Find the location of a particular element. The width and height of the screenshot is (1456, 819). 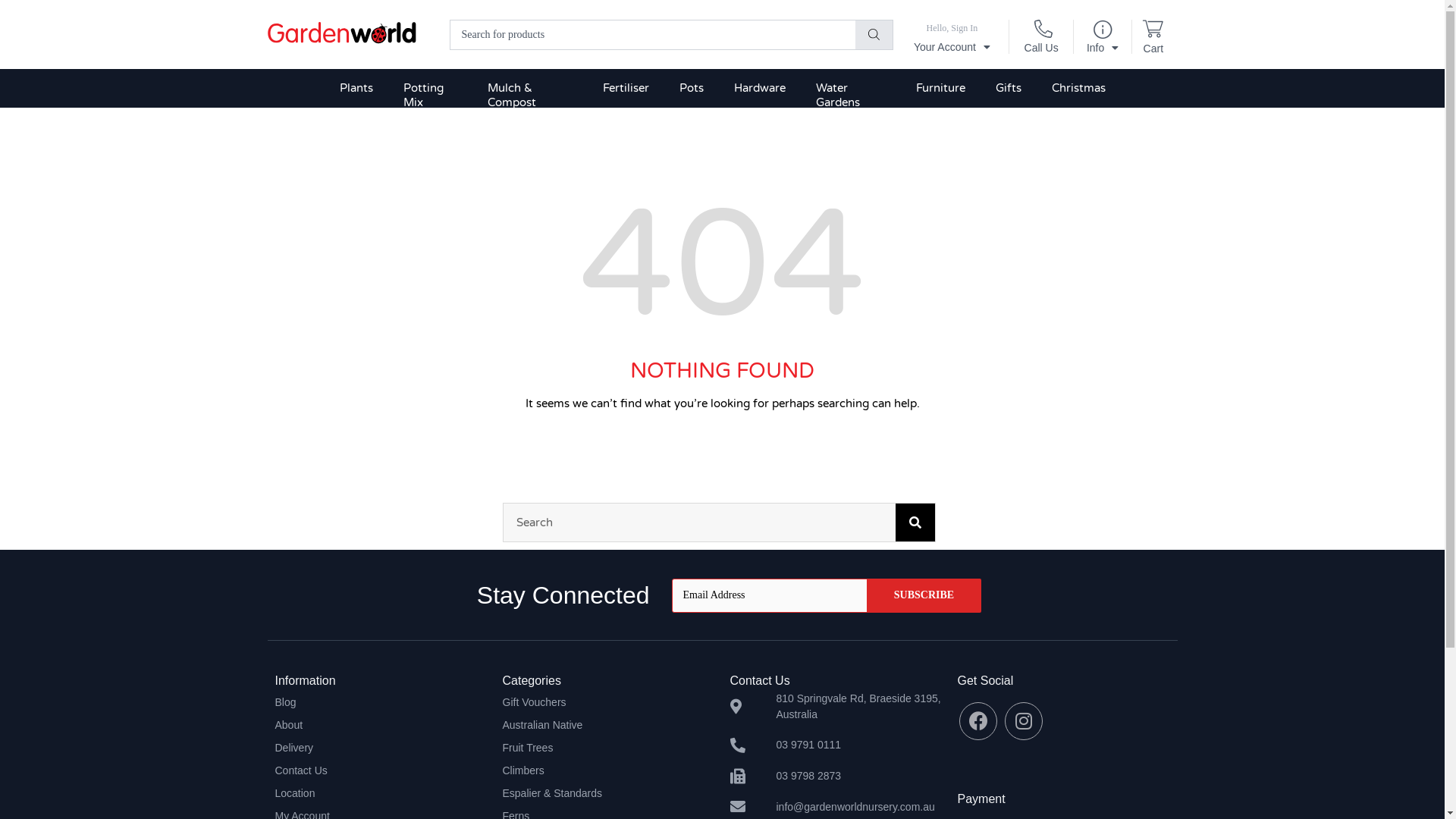

'Gift Vouchers' is located at coordinates (502, 701).